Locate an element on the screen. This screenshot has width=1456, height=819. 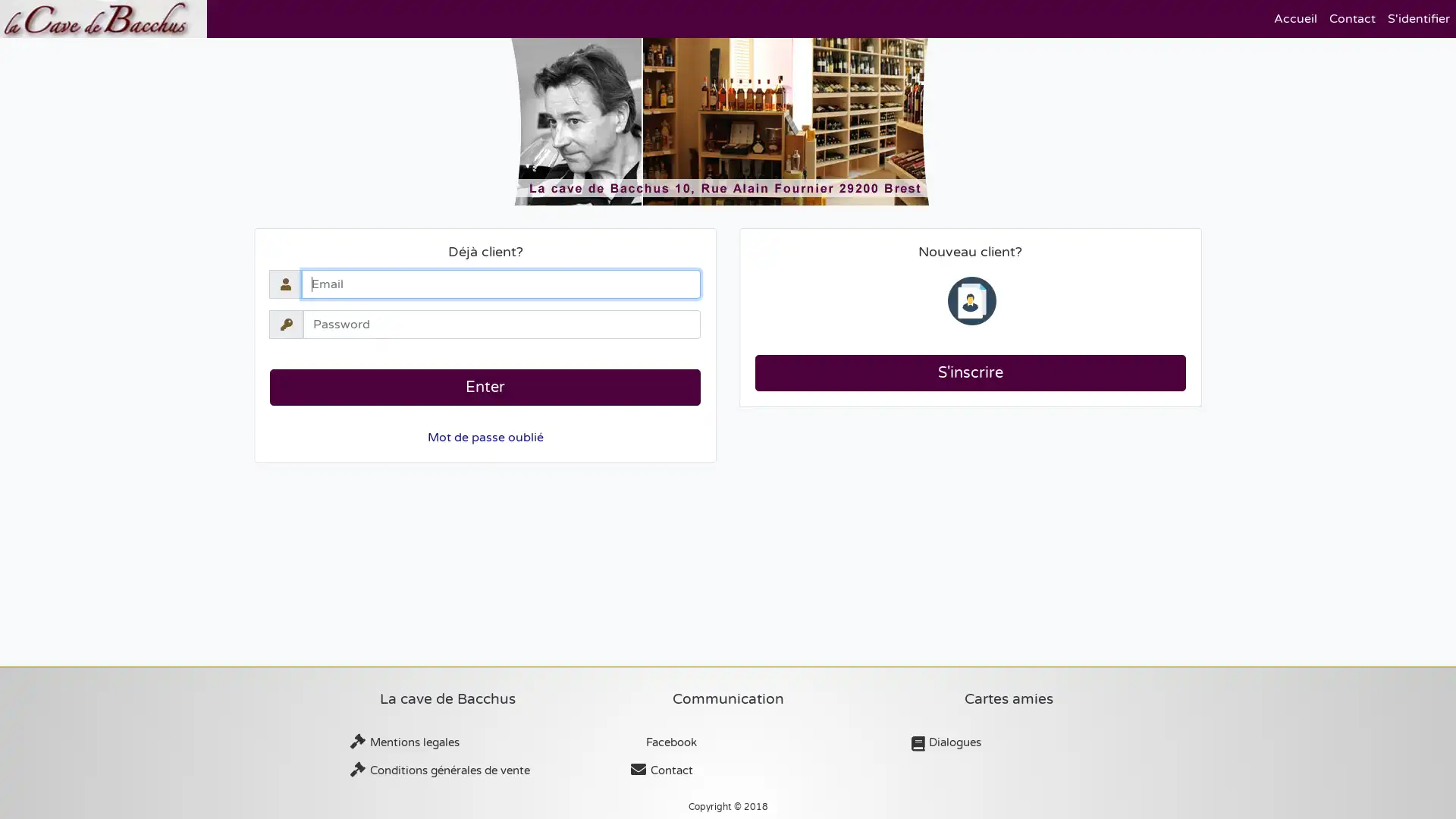
Enter is located at coordinates (484, 385).